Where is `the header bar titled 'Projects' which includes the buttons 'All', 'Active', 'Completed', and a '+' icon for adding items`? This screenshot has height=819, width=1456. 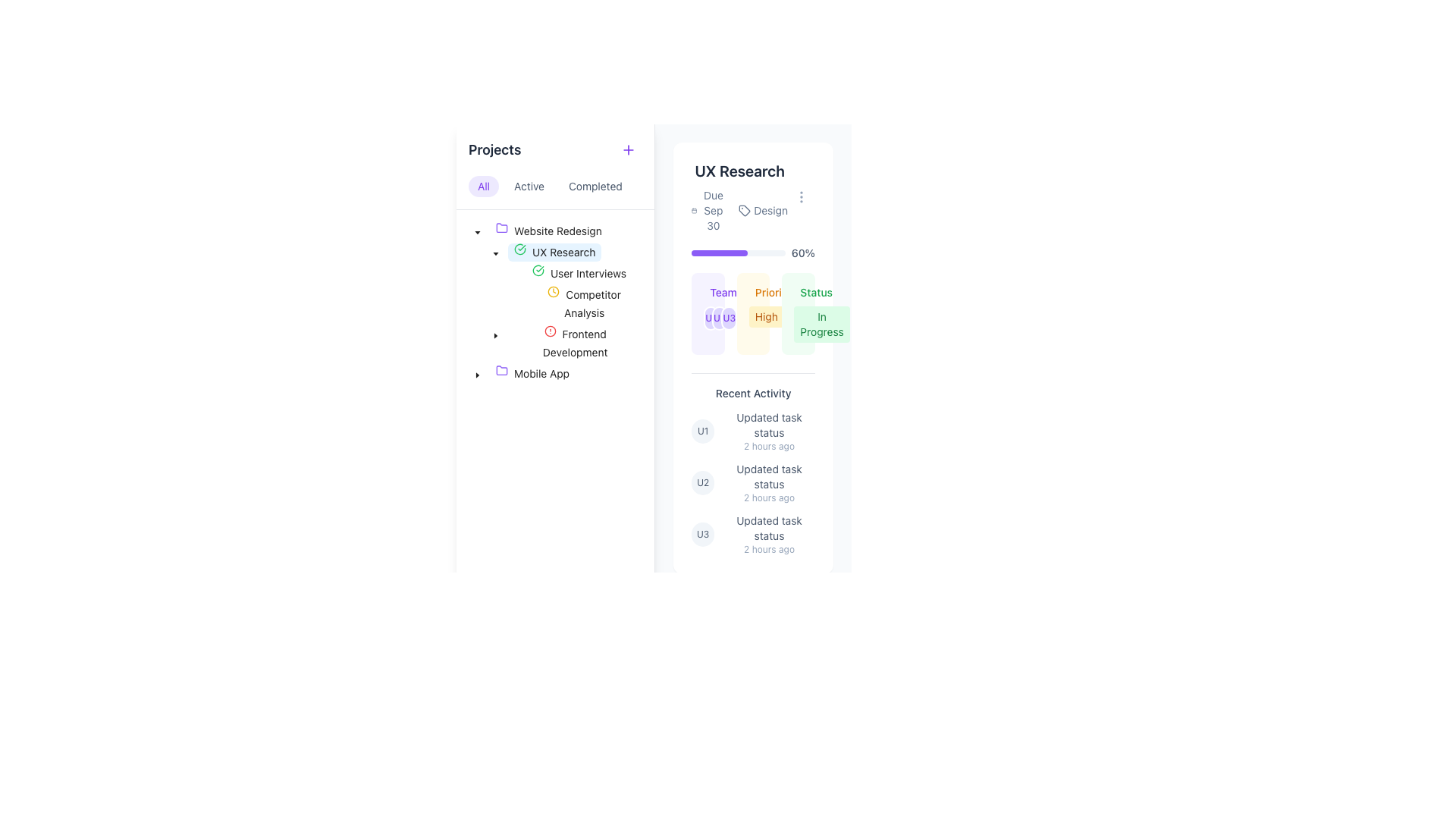
the header bar titled 'Projects' which includes the buttons 'All', 'Active', 'Completed', and a '+' icon for adding items is located at coordinates (554, 167).